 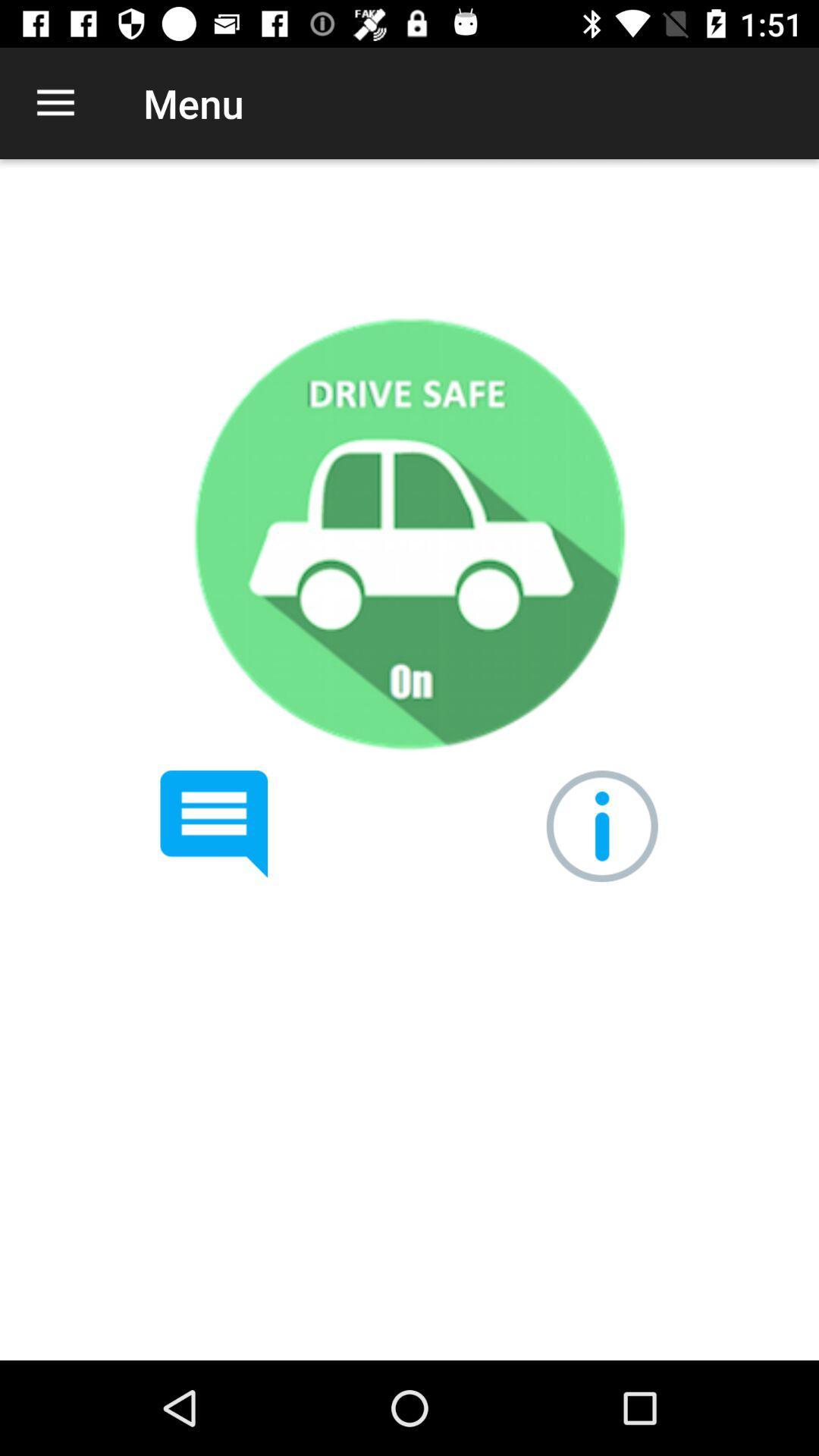 I want to click on the icon on the right, so click(x=601, y=825).